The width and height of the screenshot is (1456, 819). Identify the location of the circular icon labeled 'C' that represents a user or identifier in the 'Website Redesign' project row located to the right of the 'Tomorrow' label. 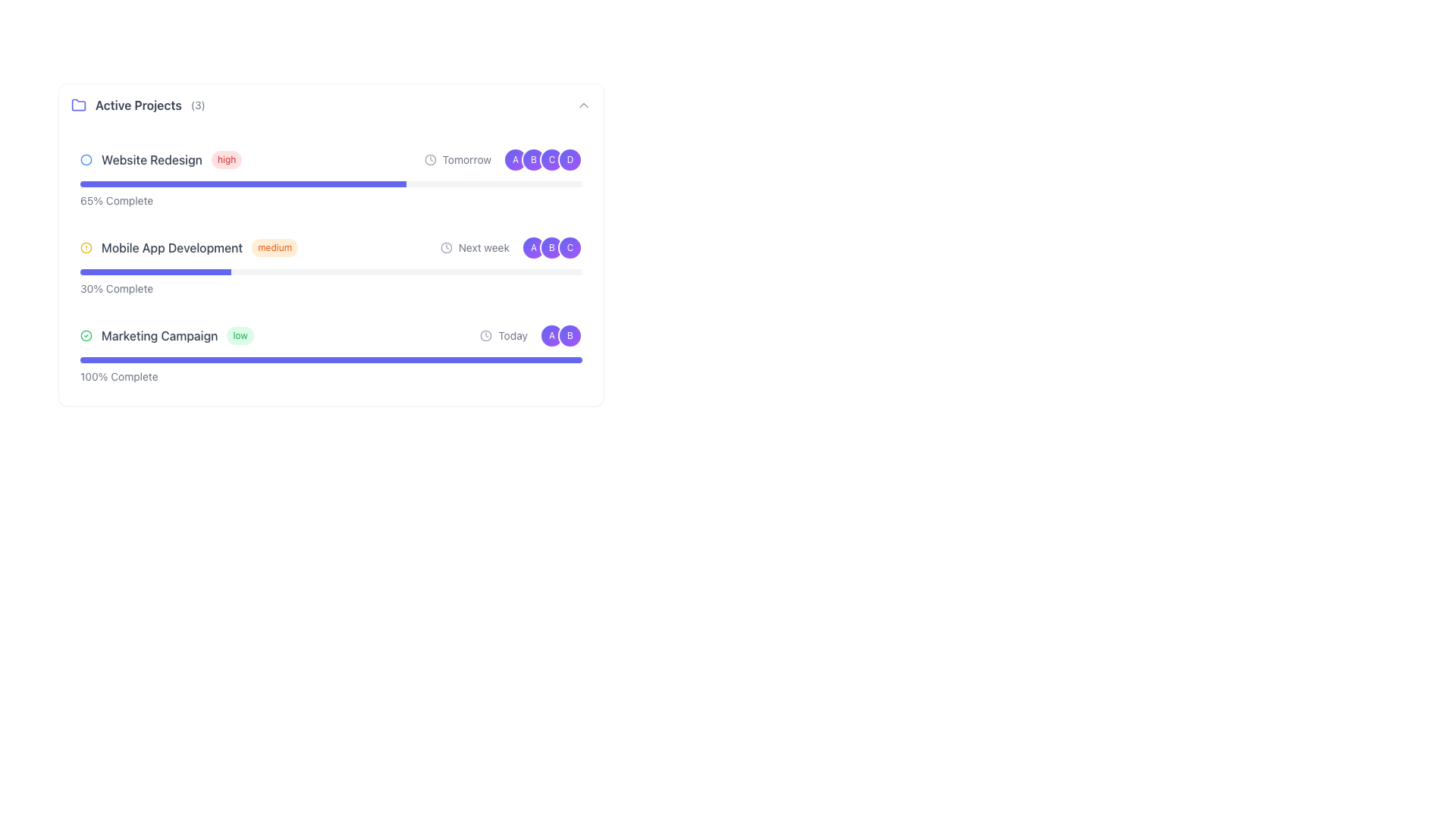
(551, 160).